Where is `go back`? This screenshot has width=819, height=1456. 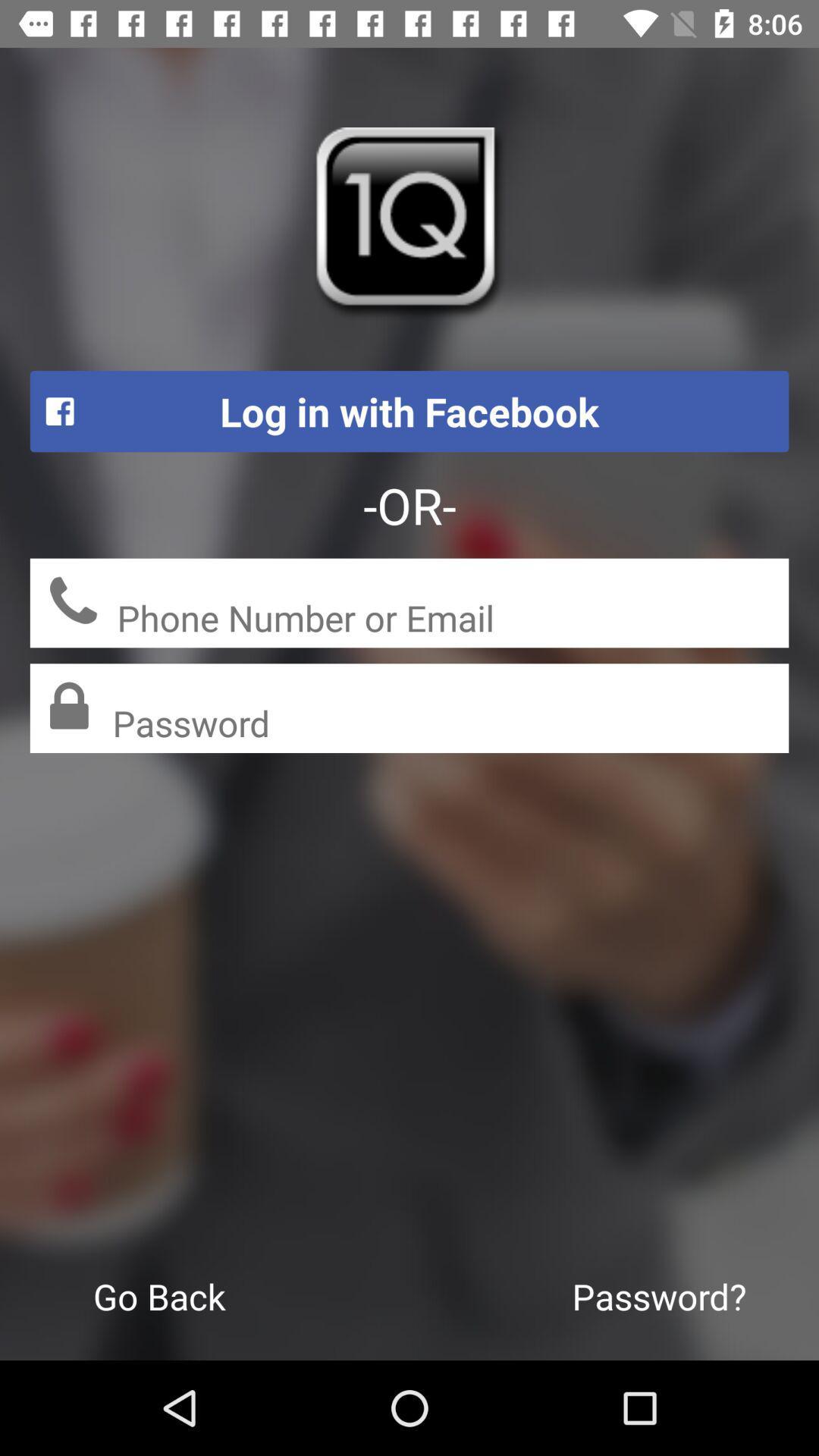 go back is located at coordinates (159, 1295).